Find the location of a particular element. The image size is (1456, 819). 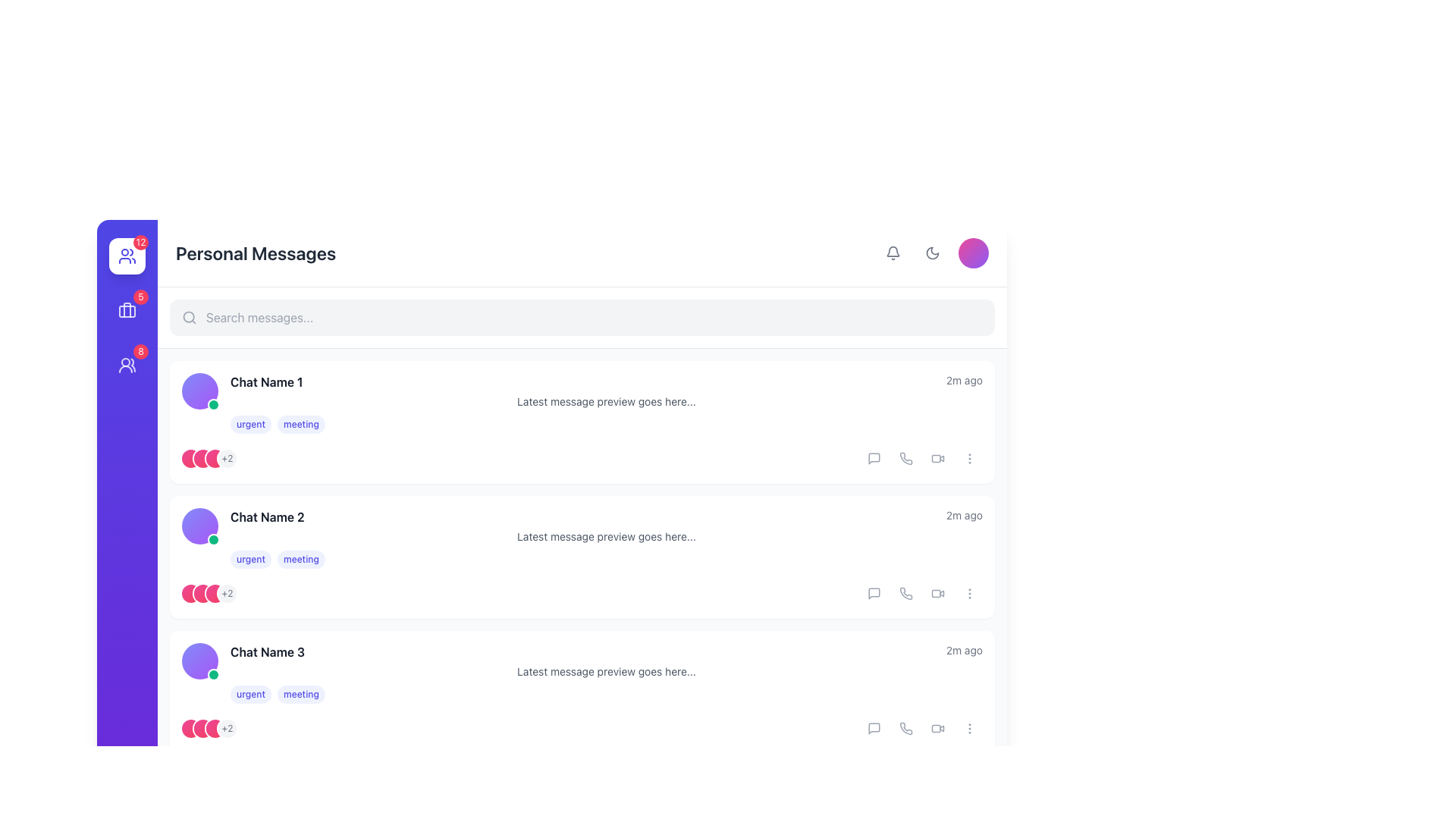

the rounded purple button displaying '5' with a briefcase icon is located at coordinates (127, 309).